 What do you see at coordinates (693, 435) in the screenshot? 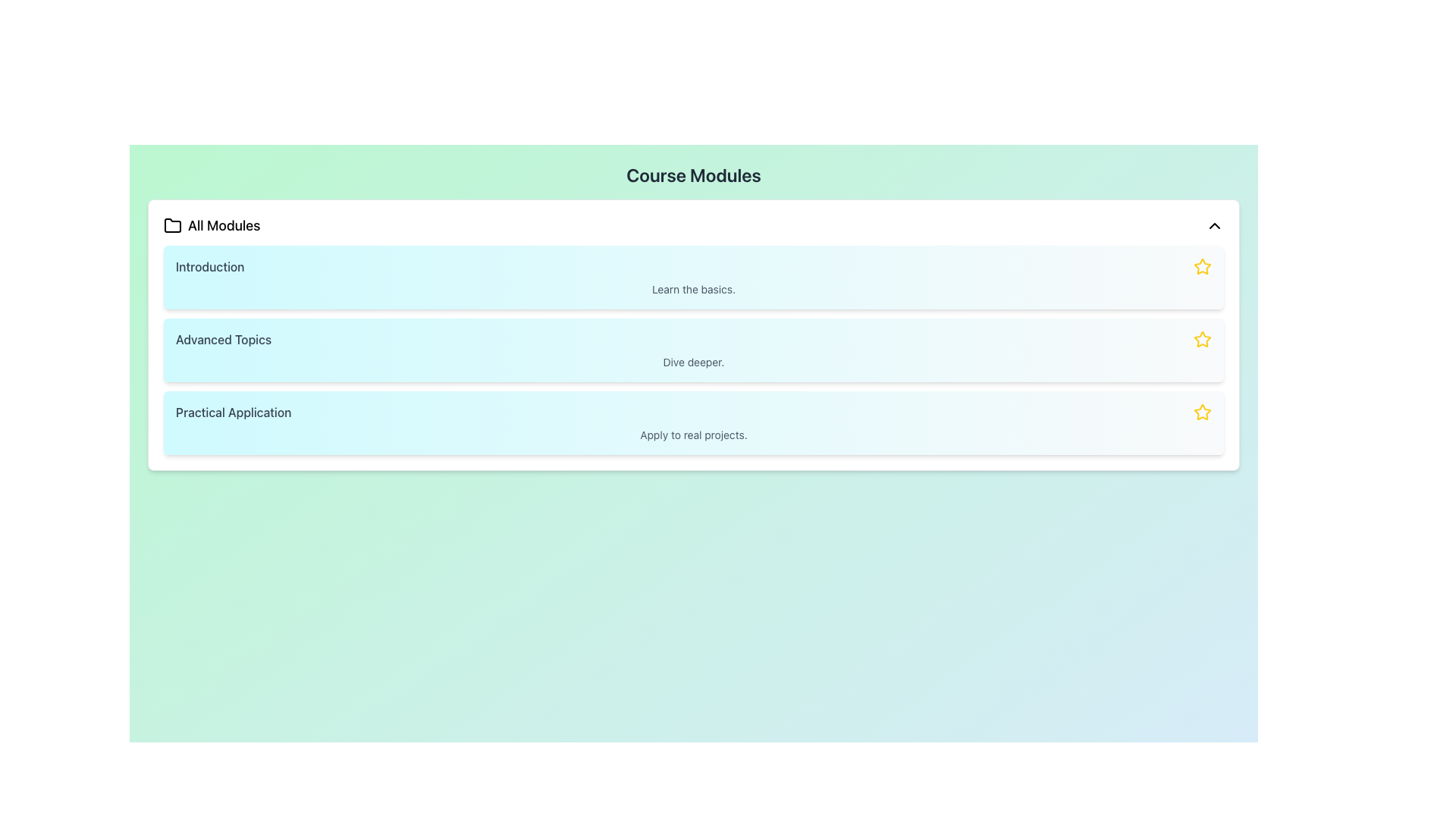
I see `the Text label that provides a description for the 'Practical Application' section, located at the bottom of the vertically stacked list` at bounding box center [693, 435].